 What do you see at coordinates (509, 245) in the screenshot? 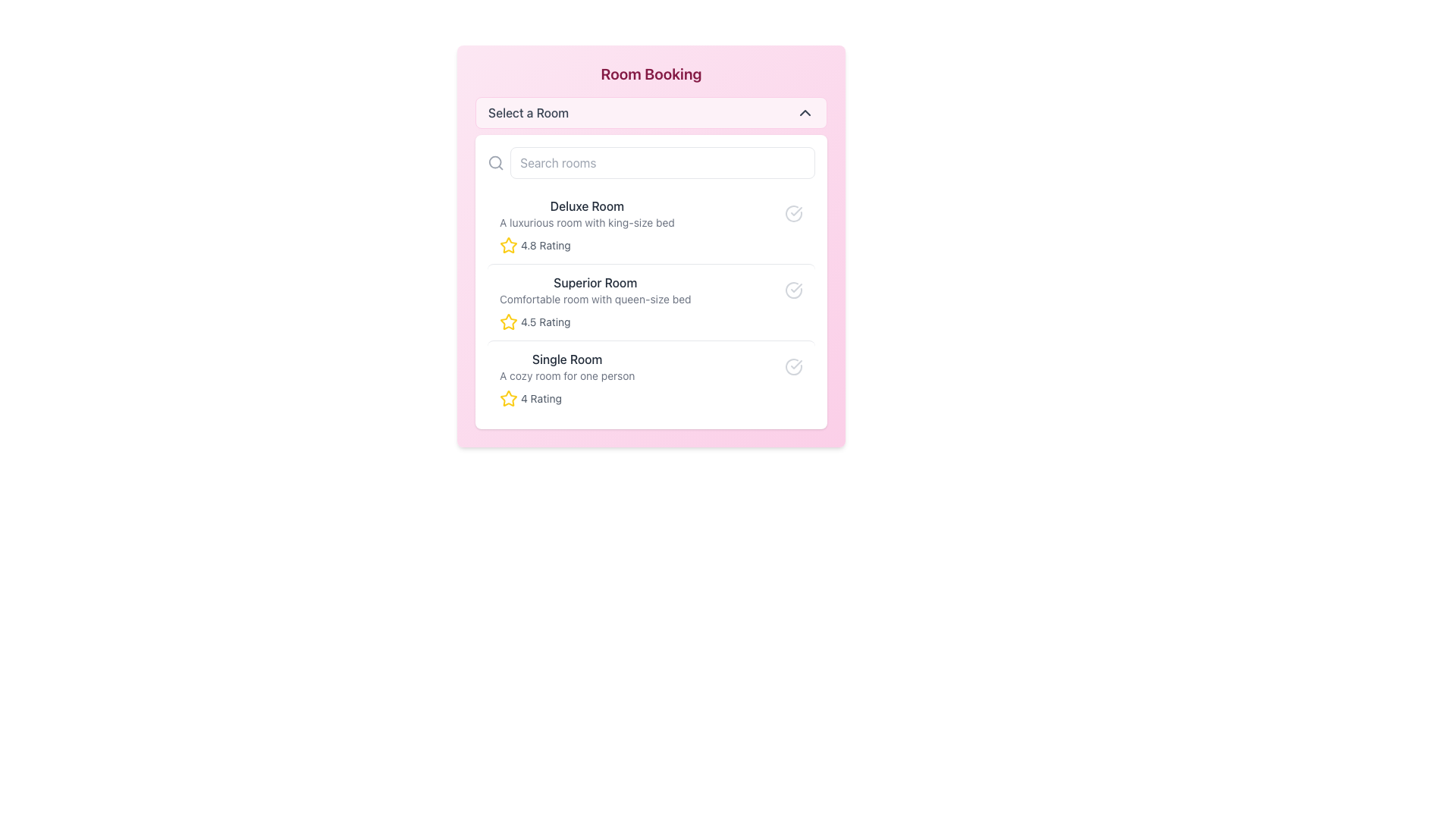
I see `the first graphical icon in the rating section that indicates the quality or score of the Deluxe Room, which is positioned directly before the text '4.8 Rating'` at bounding box center [509, 245].